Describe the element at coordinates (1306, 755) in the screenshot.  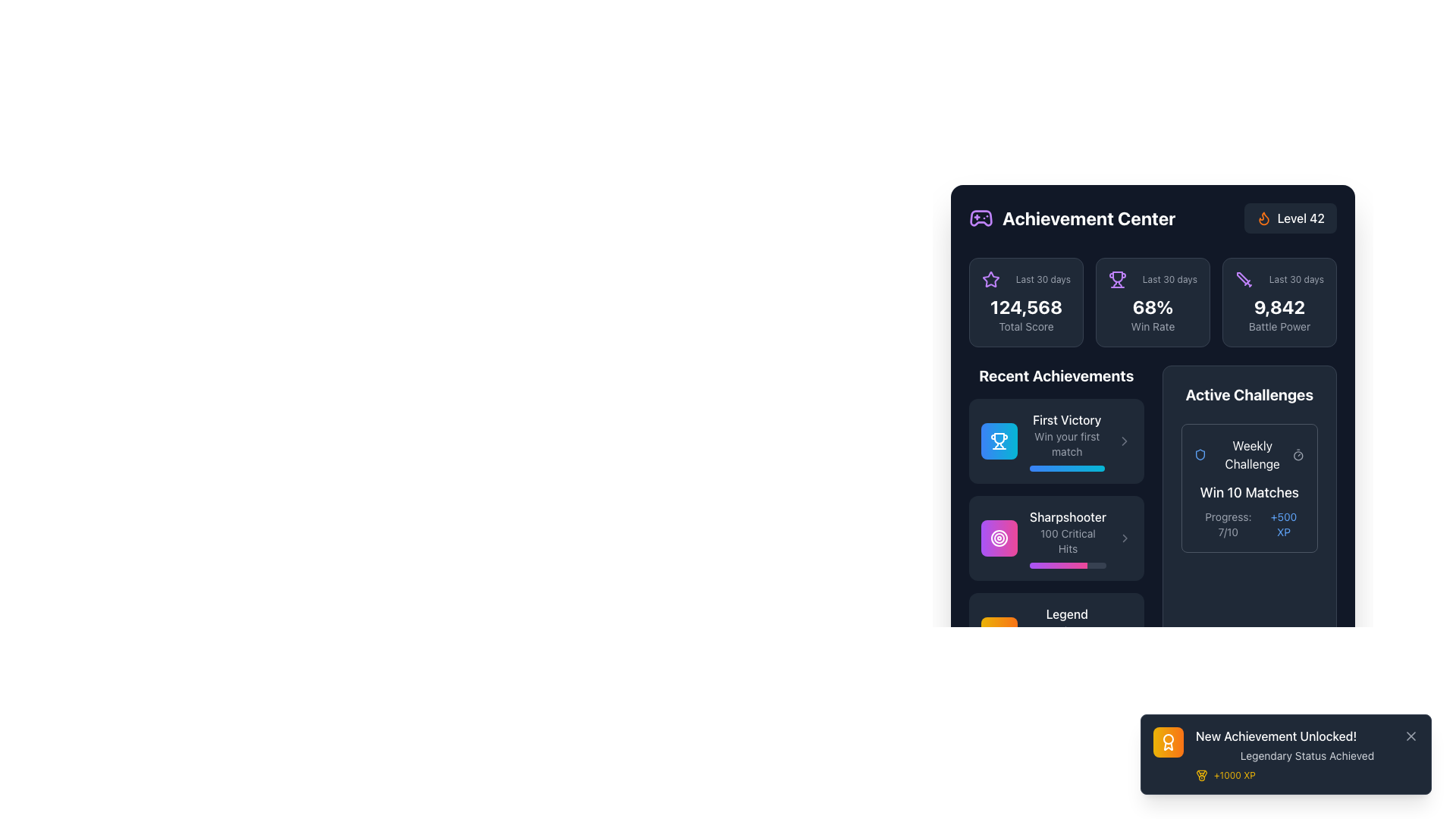
I see `informational text label located below the title 'New Achievement Unlocked!' and above the '+1000 XP' text in the notification bubble` at that location.